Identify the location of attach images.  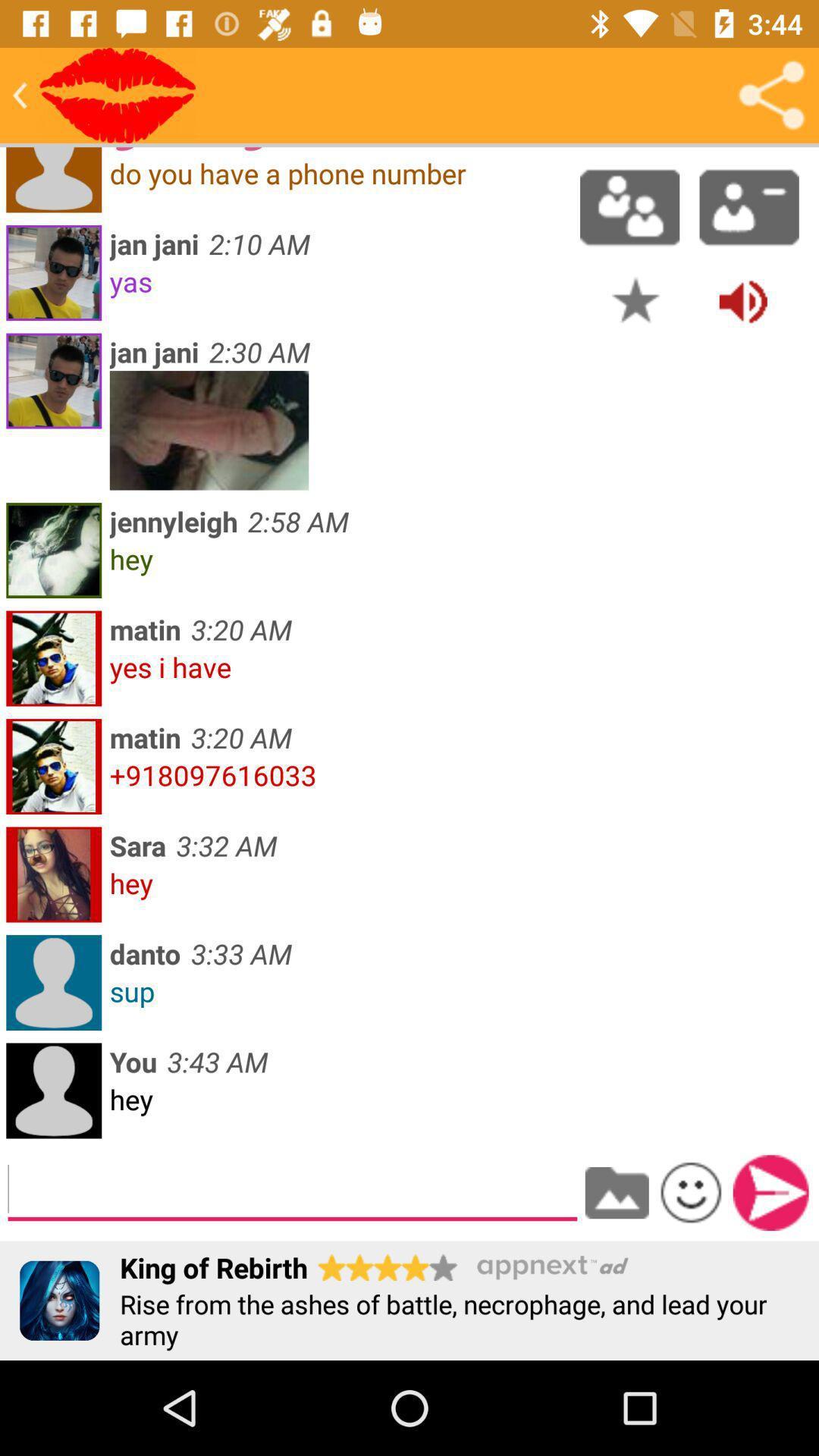
(617, 1192).